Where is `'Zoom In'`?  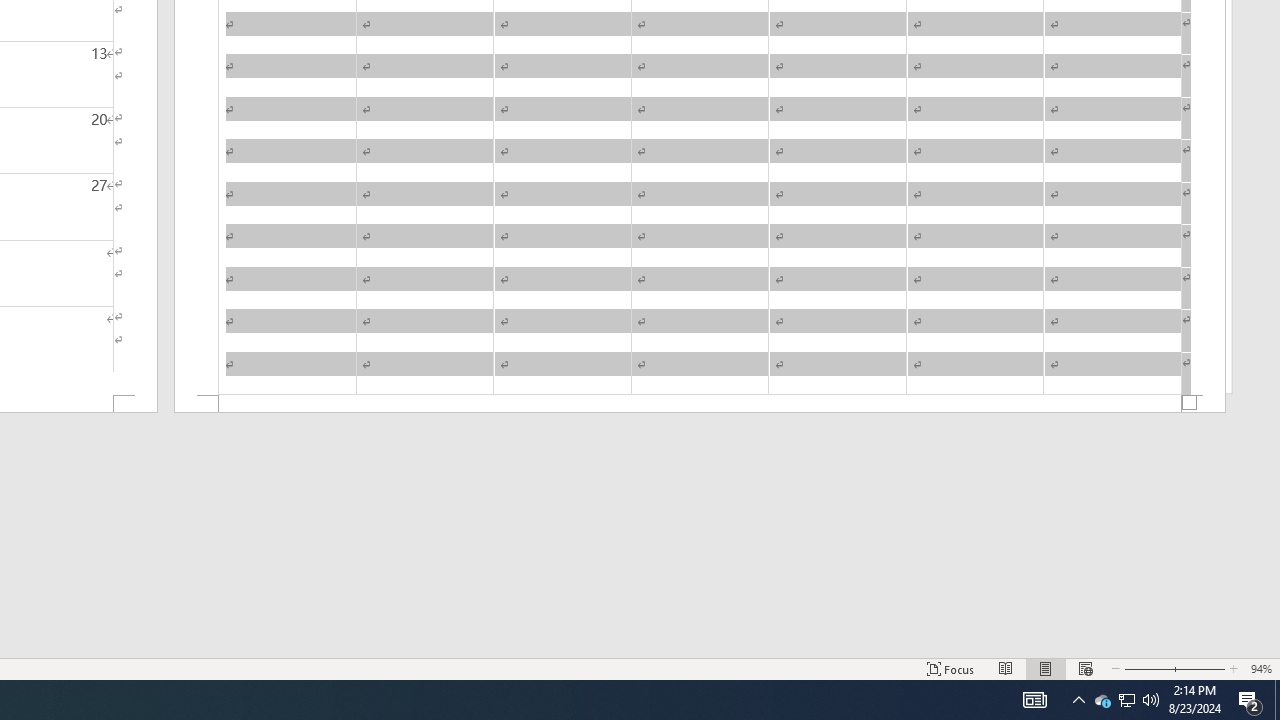
'Zoom In' is located at coordinates (1200, 669).